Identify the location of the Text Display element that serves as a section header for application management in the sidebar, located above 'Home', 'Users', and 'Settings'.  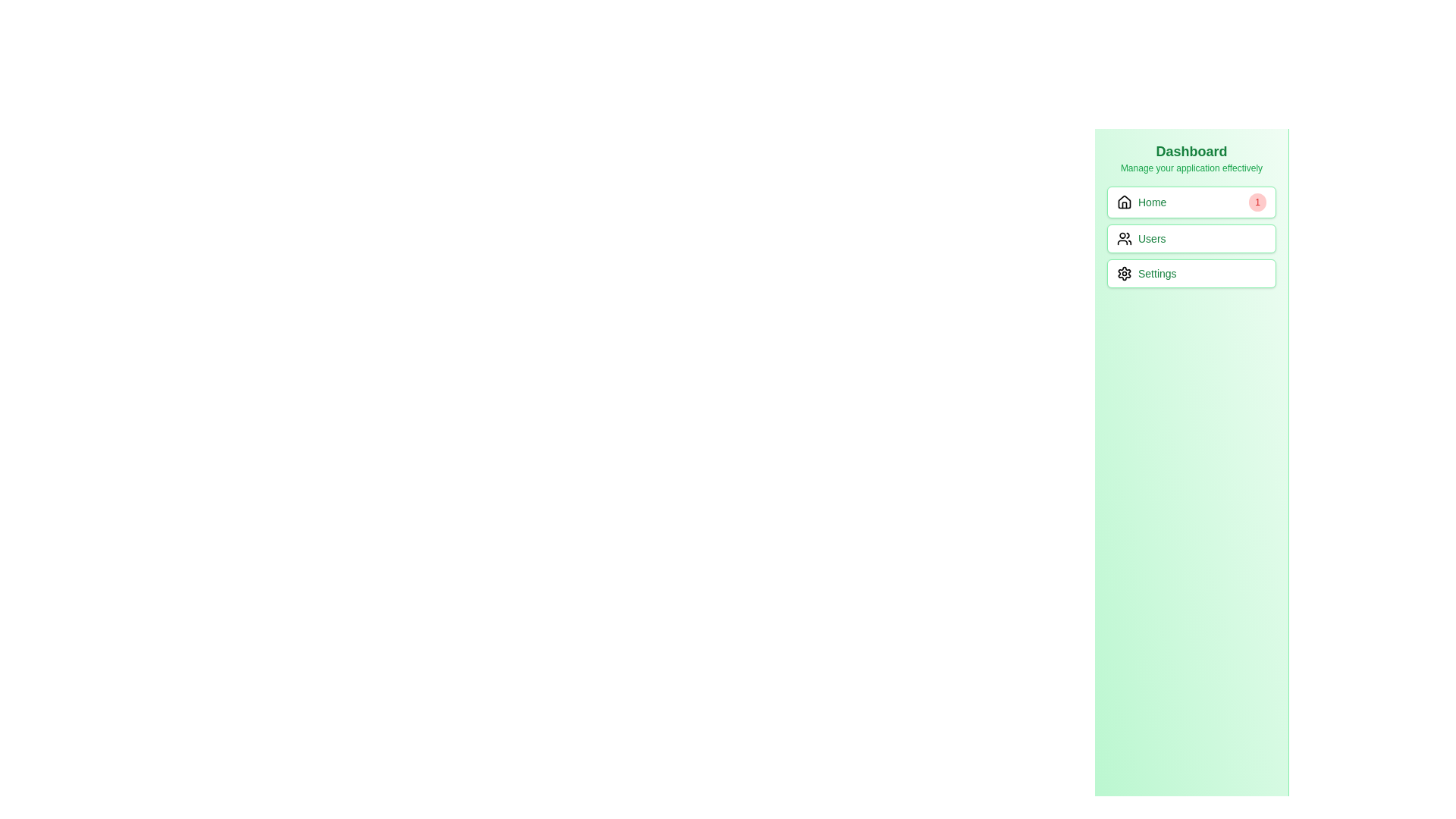
(1191, 158).